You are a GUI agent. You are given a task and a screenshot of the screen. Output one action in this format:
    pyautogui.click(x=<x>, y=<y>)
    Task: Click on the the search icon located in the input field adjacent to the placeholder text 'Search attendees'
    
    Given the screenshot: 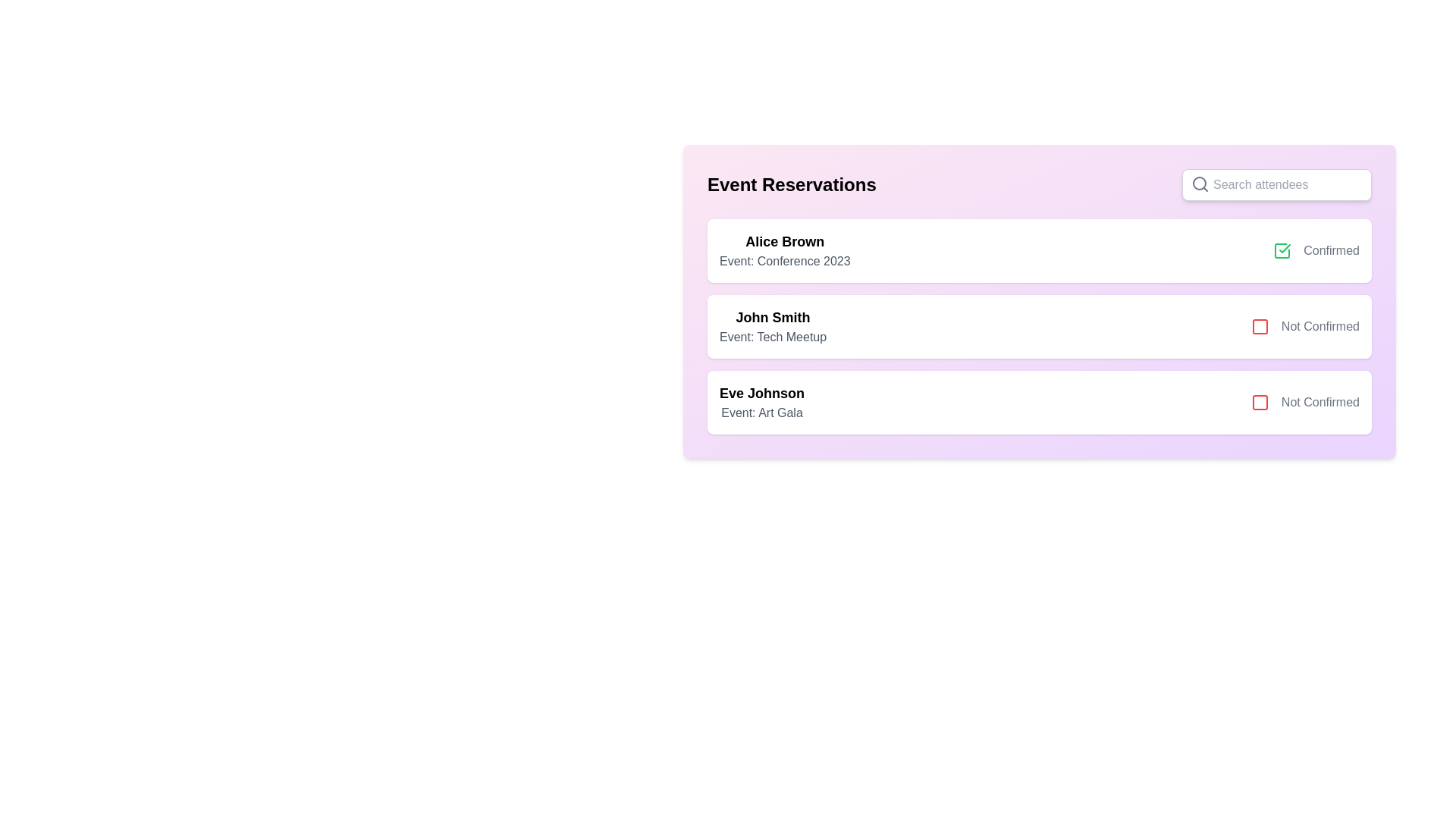 What is the action you would take?
    pyautogui.click(x=1200, y=184)
    